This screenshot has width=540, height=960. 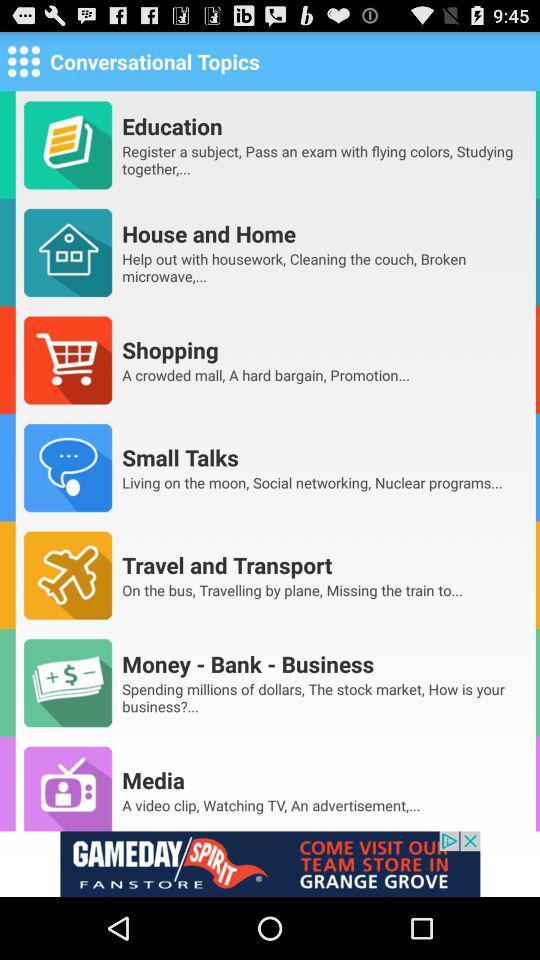 What do you see at coordinates (22, 65) in the screenshot?
I see `the dialpad icon` at bounding box center [22, 65].